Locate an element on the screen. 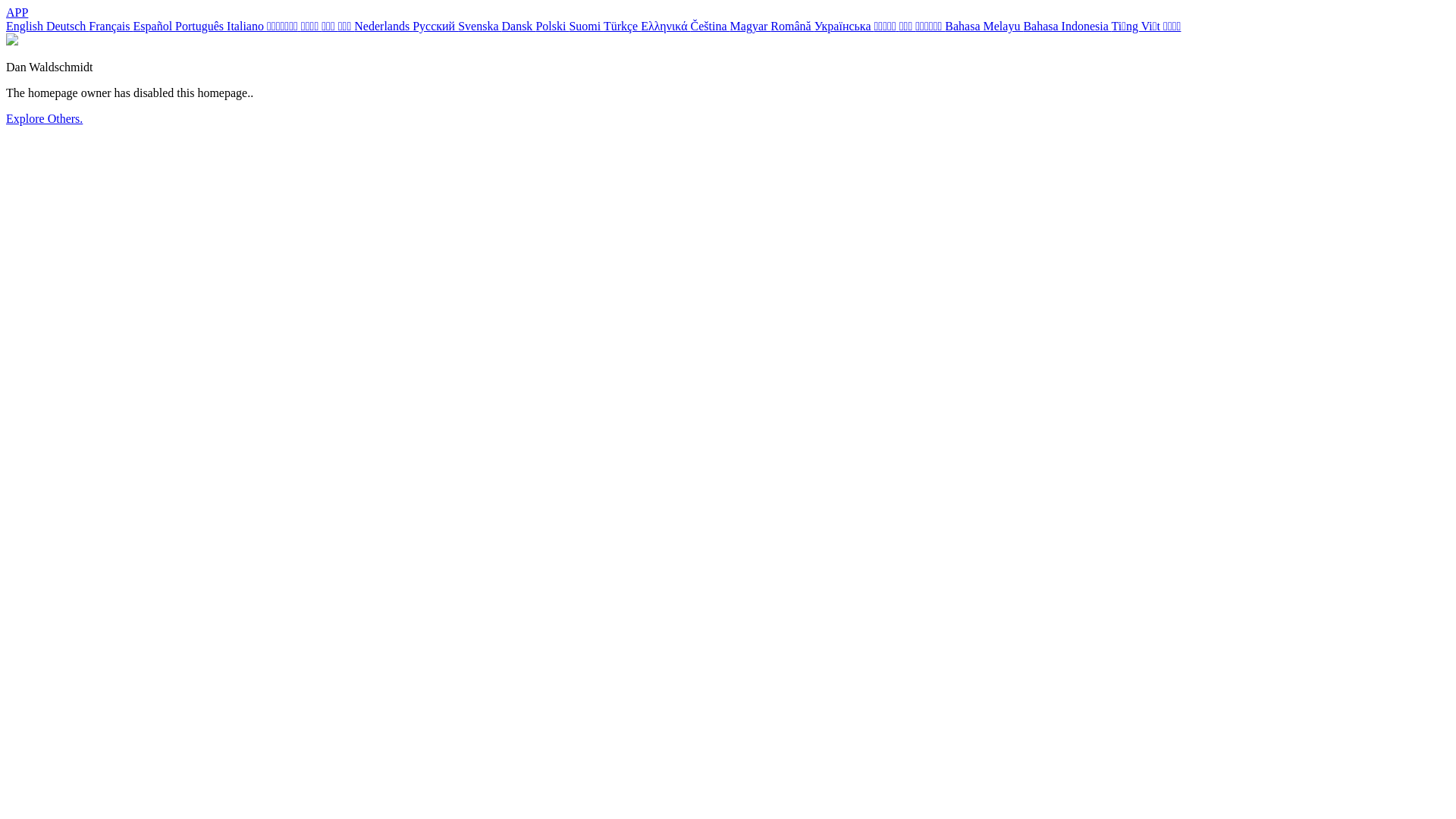 This screenshot has width=1456, height=819. 'Nederlands' is located at coordinates (383, 26).